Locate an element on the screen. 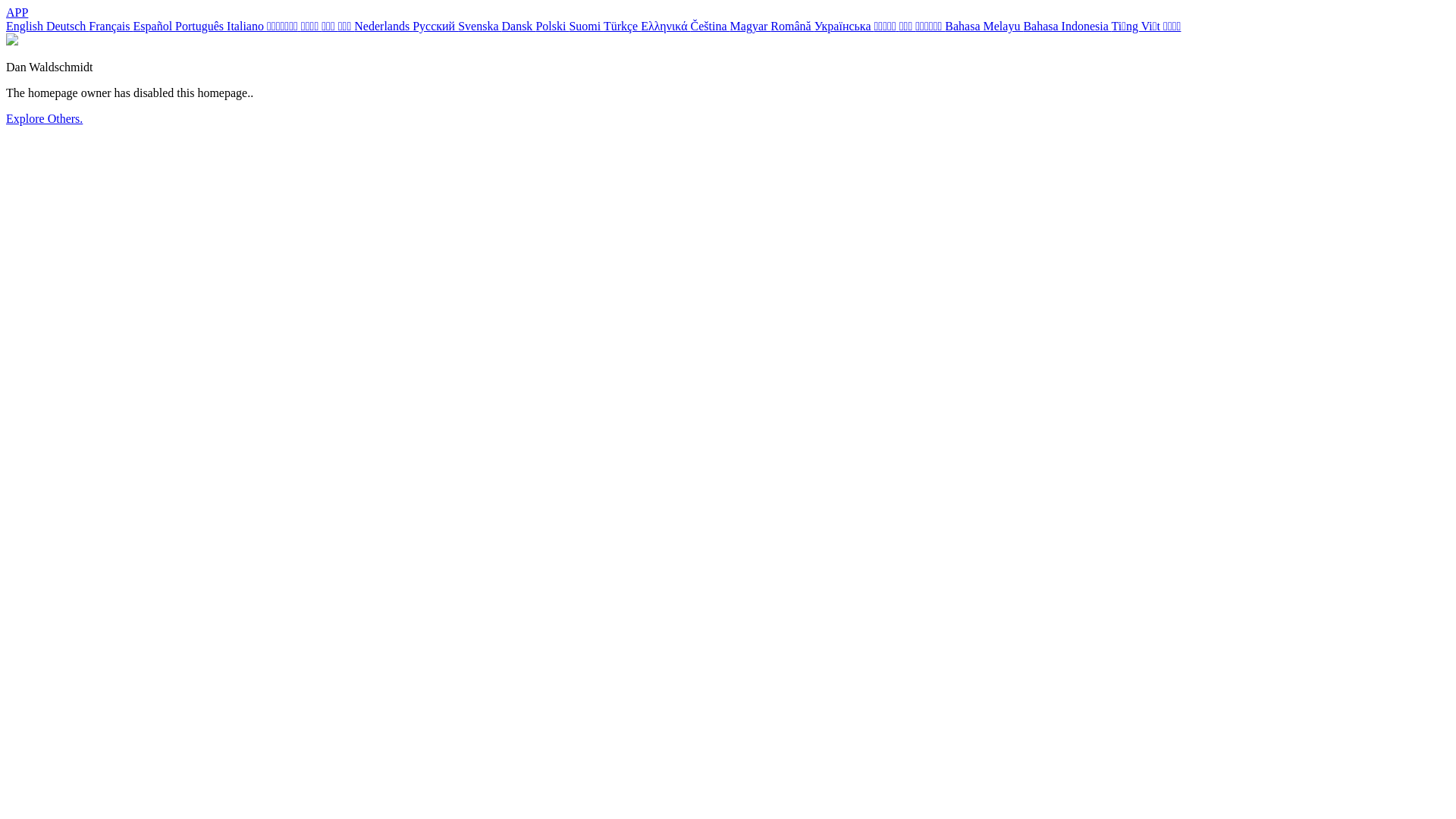 This screenshot has width=1456, height=819. 'Nederlands' is located at coordinates (383, 26).